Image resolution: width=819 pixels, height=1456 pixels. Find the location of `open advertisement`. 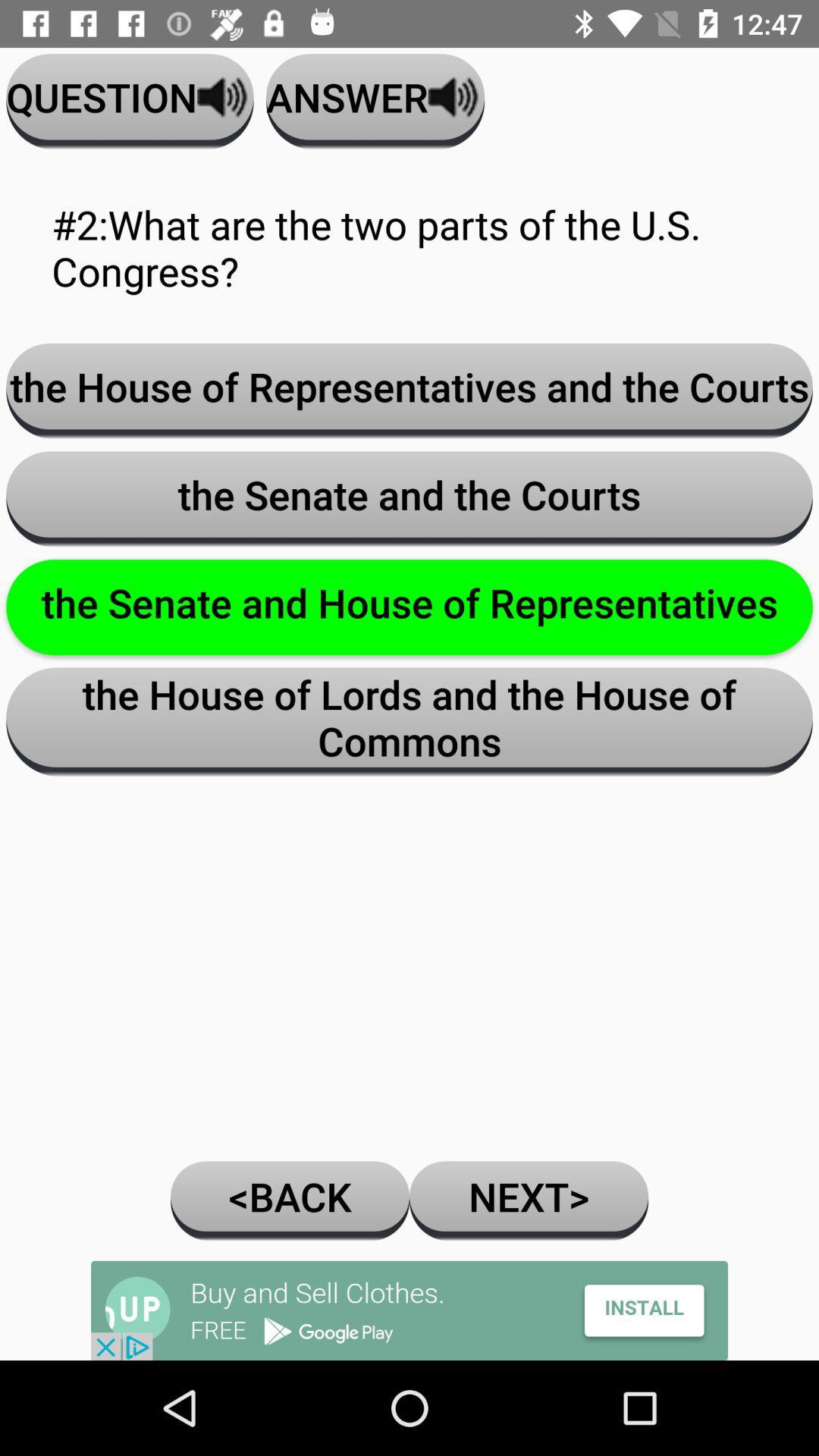

open advertisement is located at coordinates (409, 1310).